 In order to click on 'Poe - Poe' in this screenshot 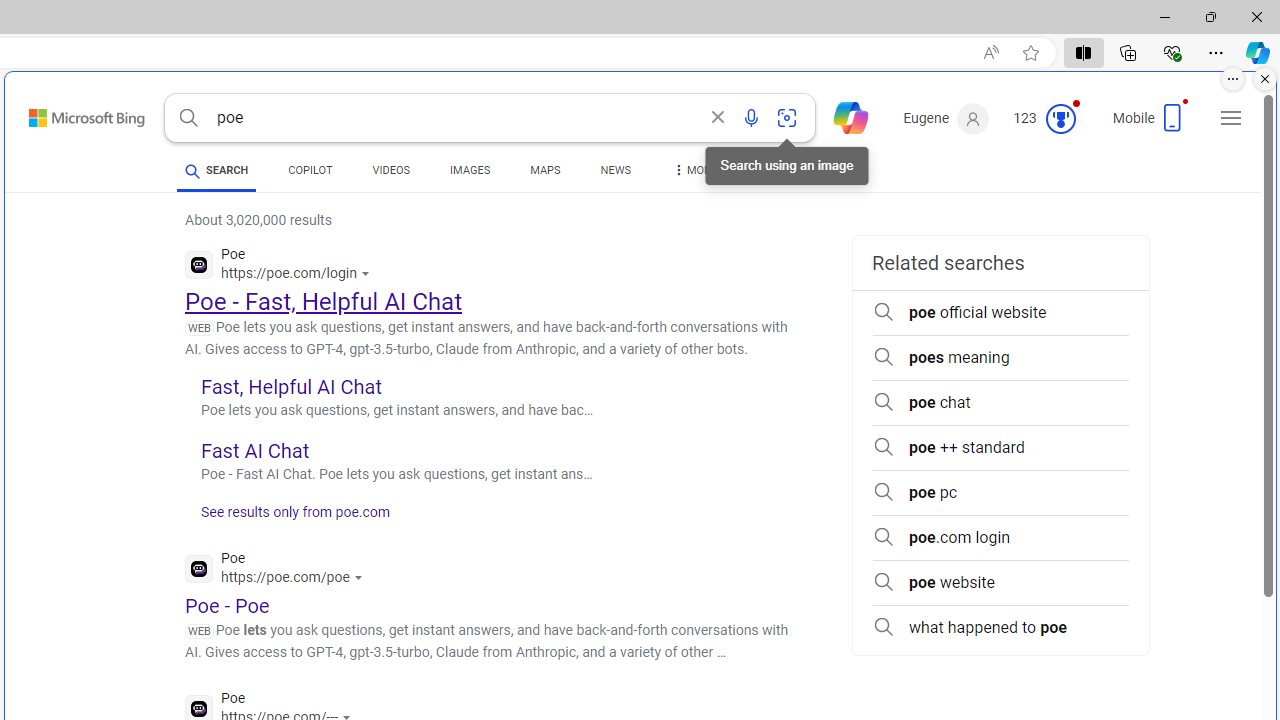, I will do `click(227, 604)`.